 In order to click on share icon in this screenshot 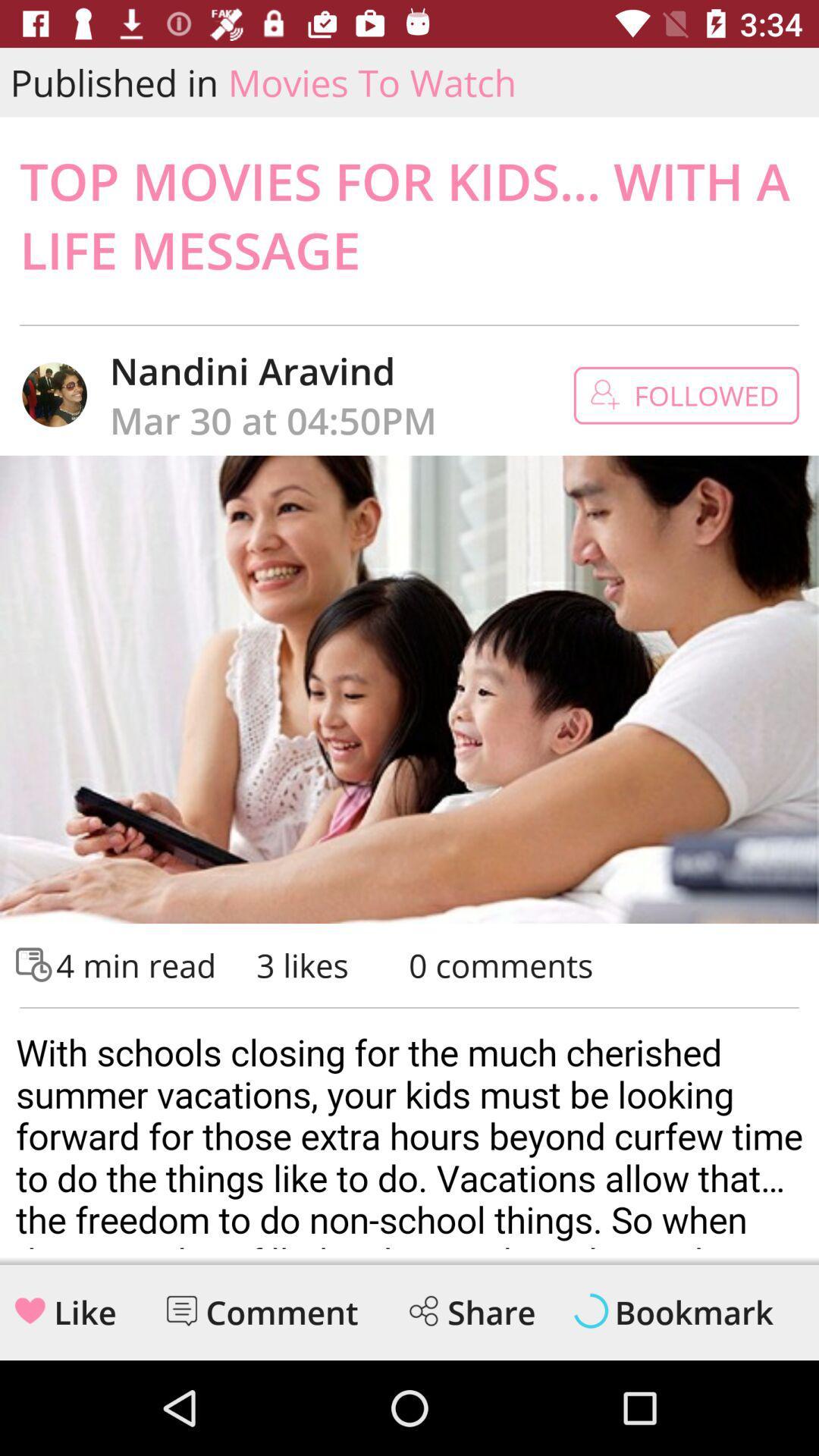, I will do `click(423, 1310)`.